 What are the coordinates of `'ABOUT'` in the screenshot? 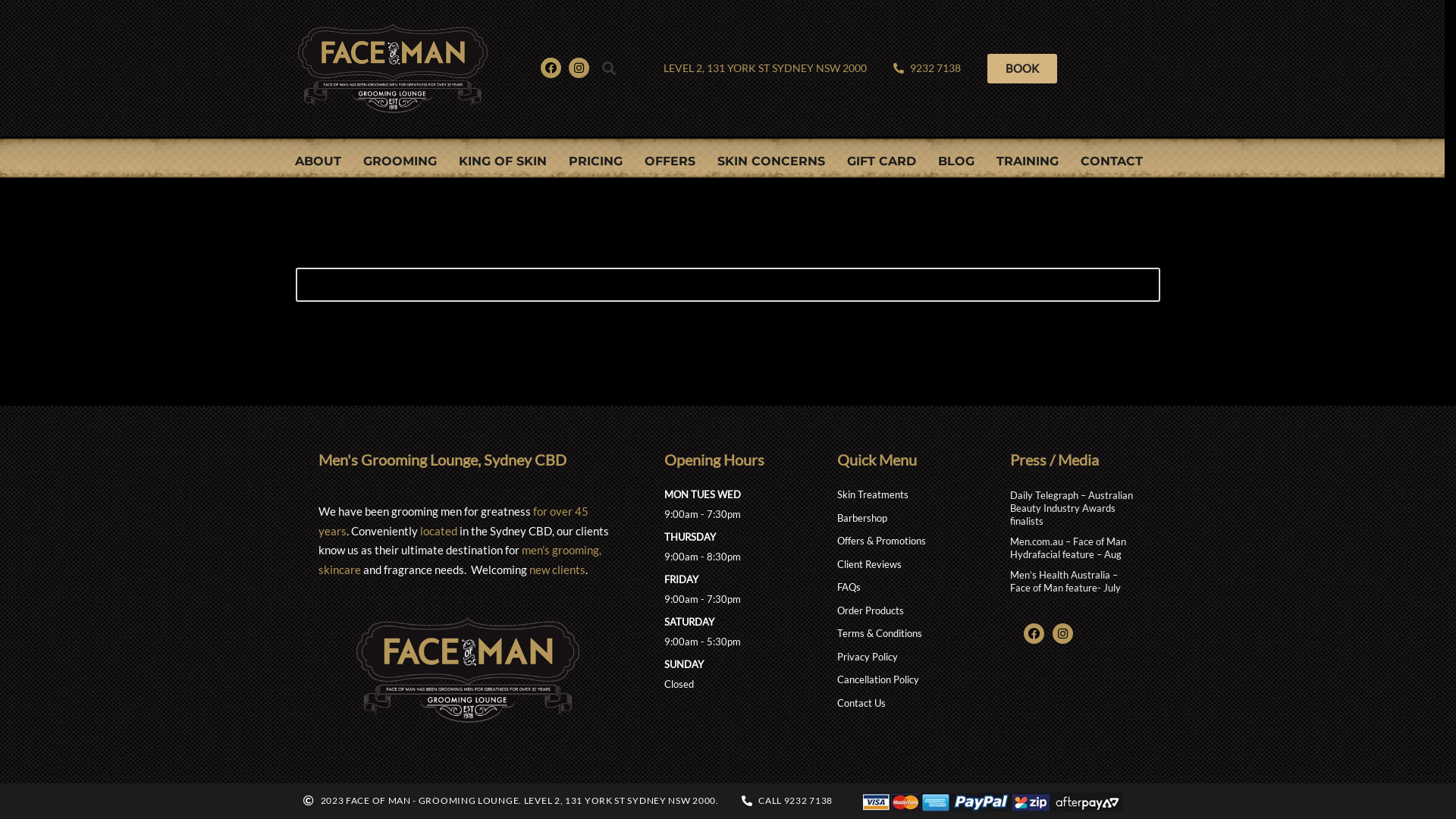 It's located at (316, 161).